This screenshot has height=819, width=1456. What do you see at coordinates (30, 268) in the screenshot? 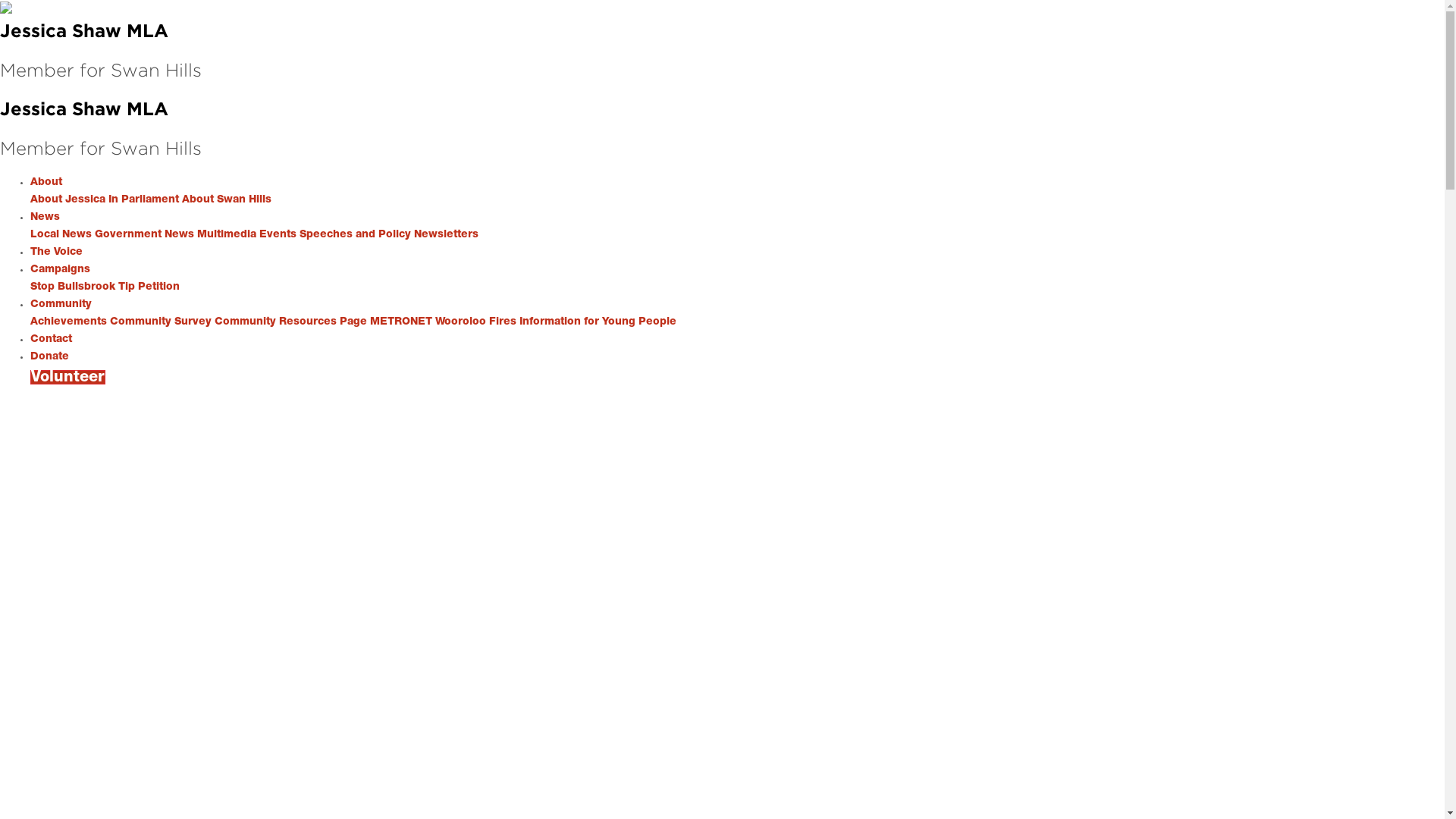
I see `'Campaigns'` at bounding box center [30, 268].